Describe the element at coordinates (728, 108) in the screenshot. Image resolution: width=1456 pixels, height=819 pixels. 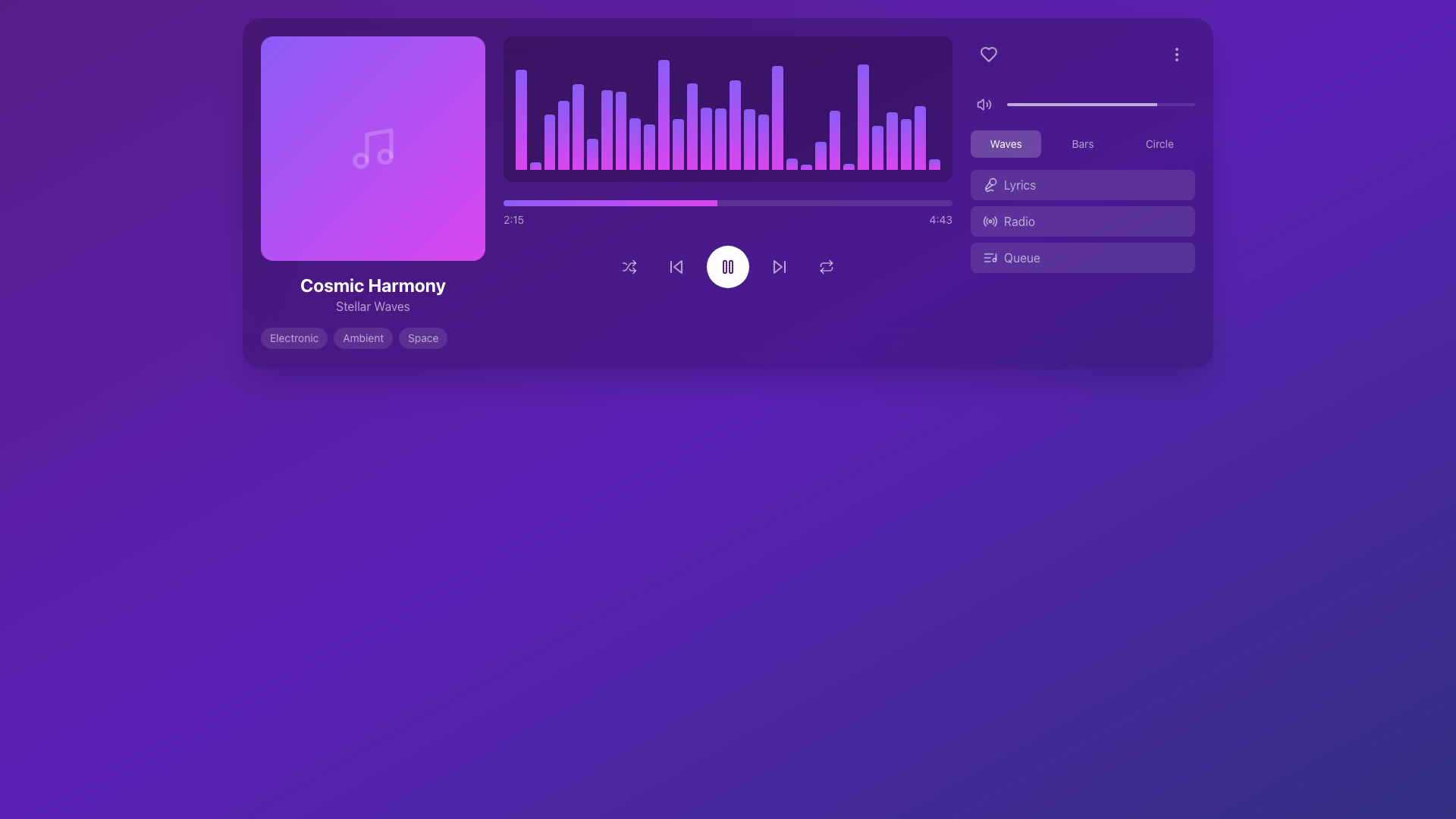
I see `the waveform data by interacting with the central waveform visualizer display located in the audio interface` at that location.